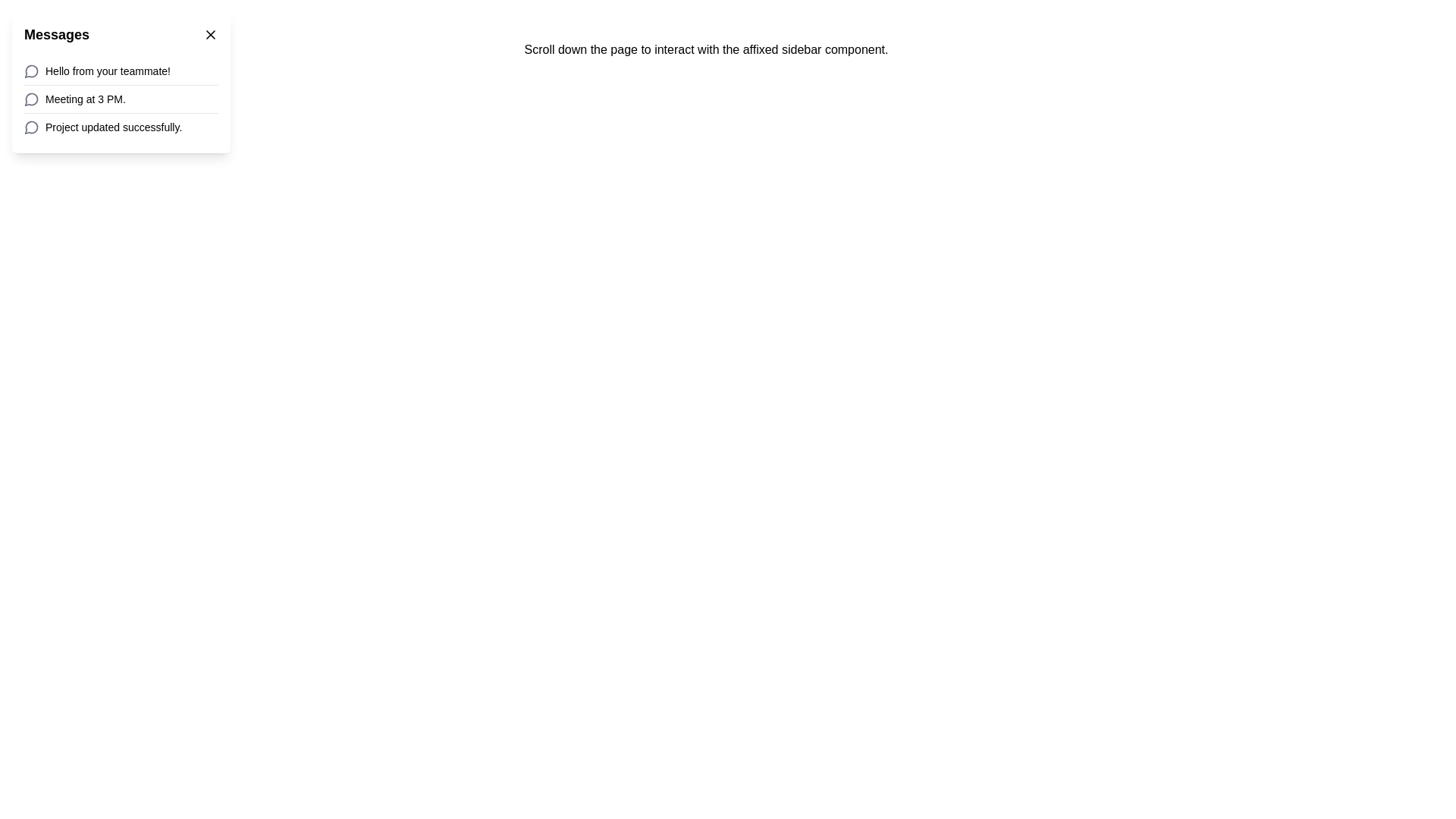 The width and height of the screenshot is (1456, 819). I want to click on the notification label about the event scheduled at 3 PM, located below 'Hello from your teammate!' and above 'Project updated successfully.', so click(120, 99).